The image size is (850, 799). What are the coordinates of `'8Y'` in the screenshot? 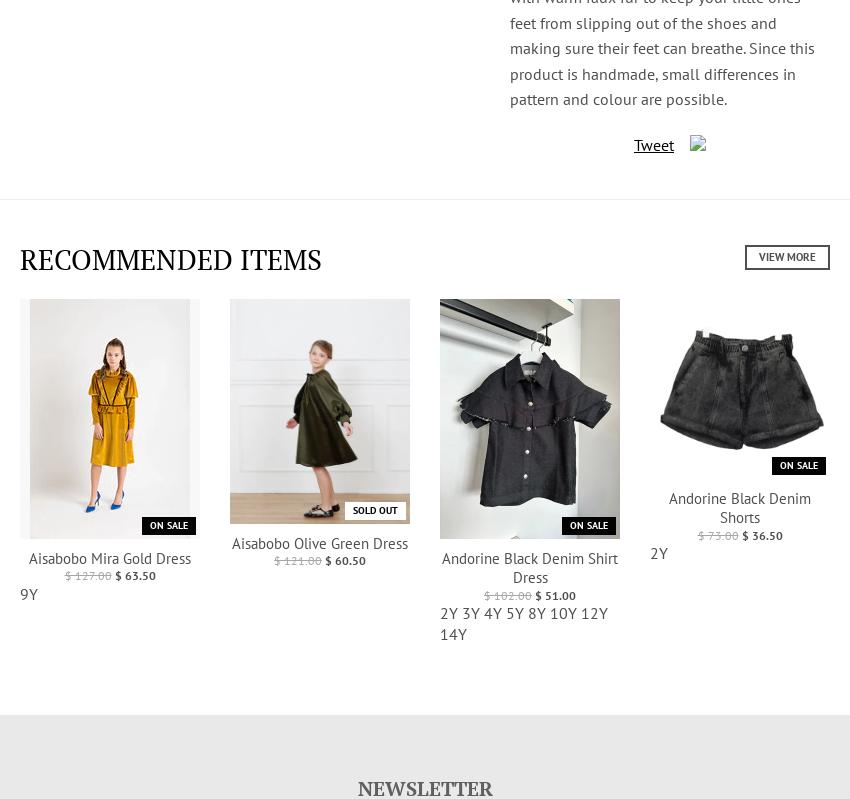 It's located at (536, 611).